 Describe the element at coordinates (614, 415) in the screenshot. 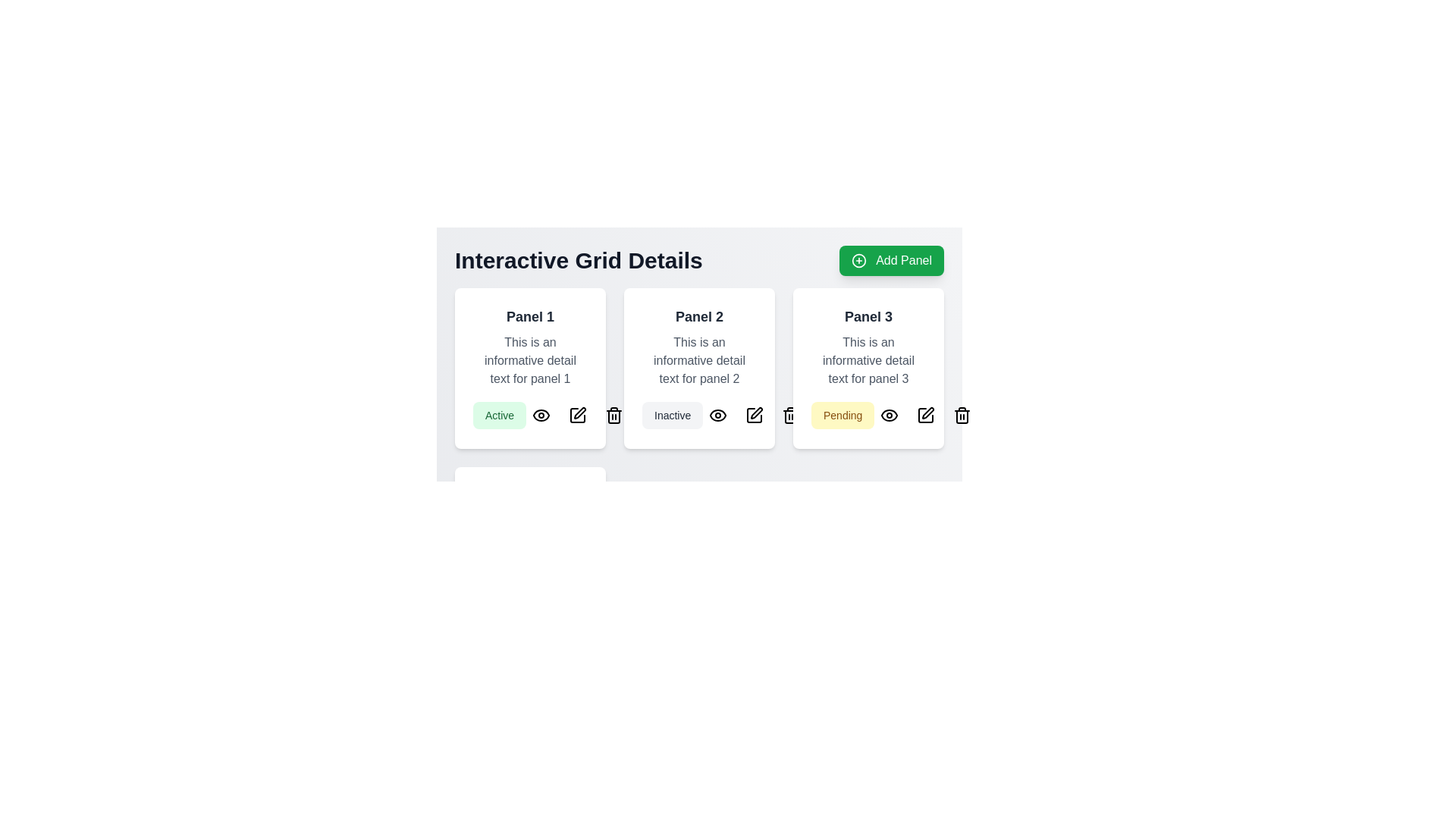

I see `the delete icon button located at the bottom-right side of 'Panel 2'` at that location.